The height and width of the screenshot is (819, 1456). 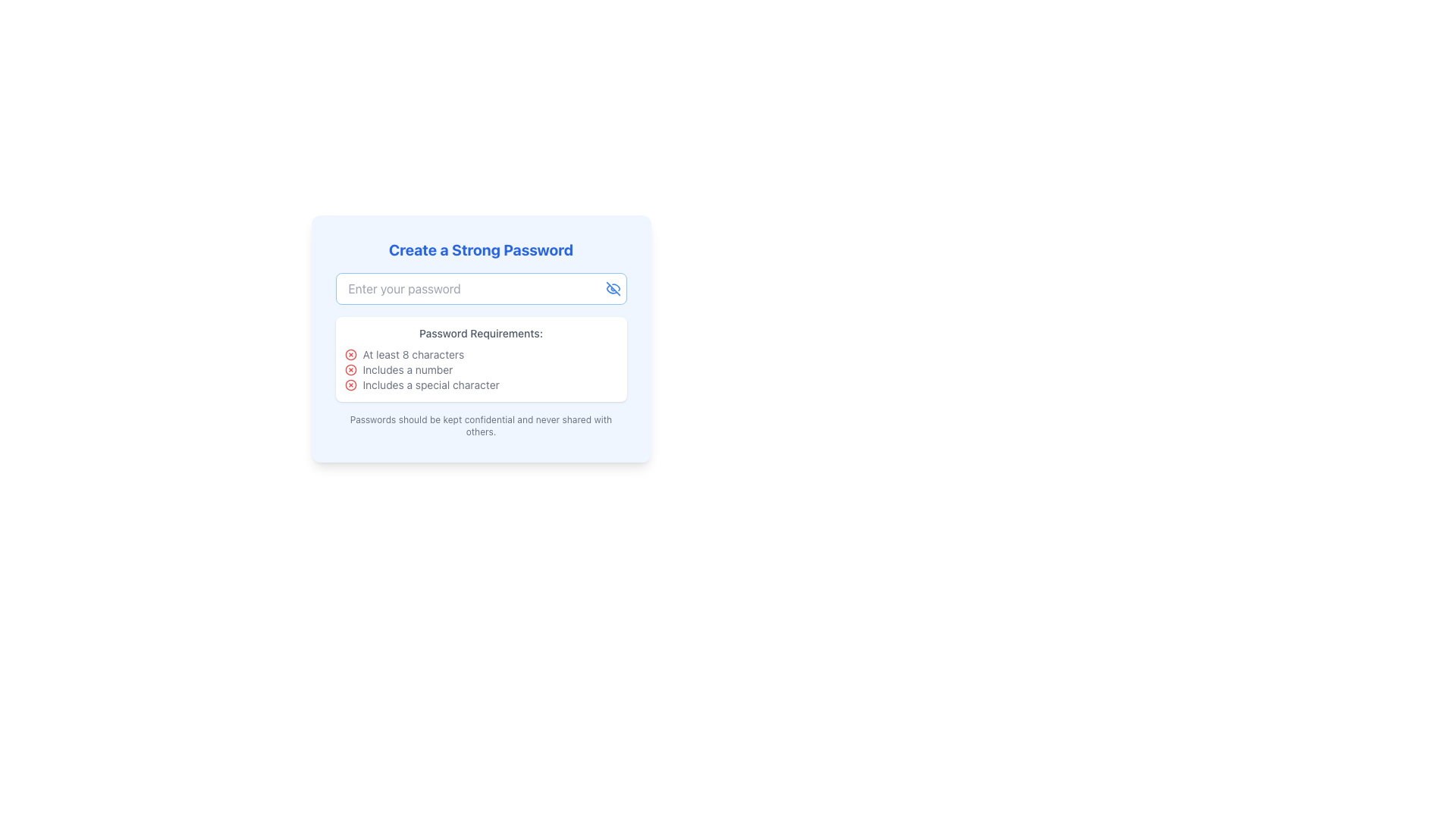 What do you see at coordinates (480, 249) in the screenshot?
I see `the Text Label that indicates the purpose of the following input and instructions, positioned at the top of the card layout, above the password input field` at bounding box center [480, 249].